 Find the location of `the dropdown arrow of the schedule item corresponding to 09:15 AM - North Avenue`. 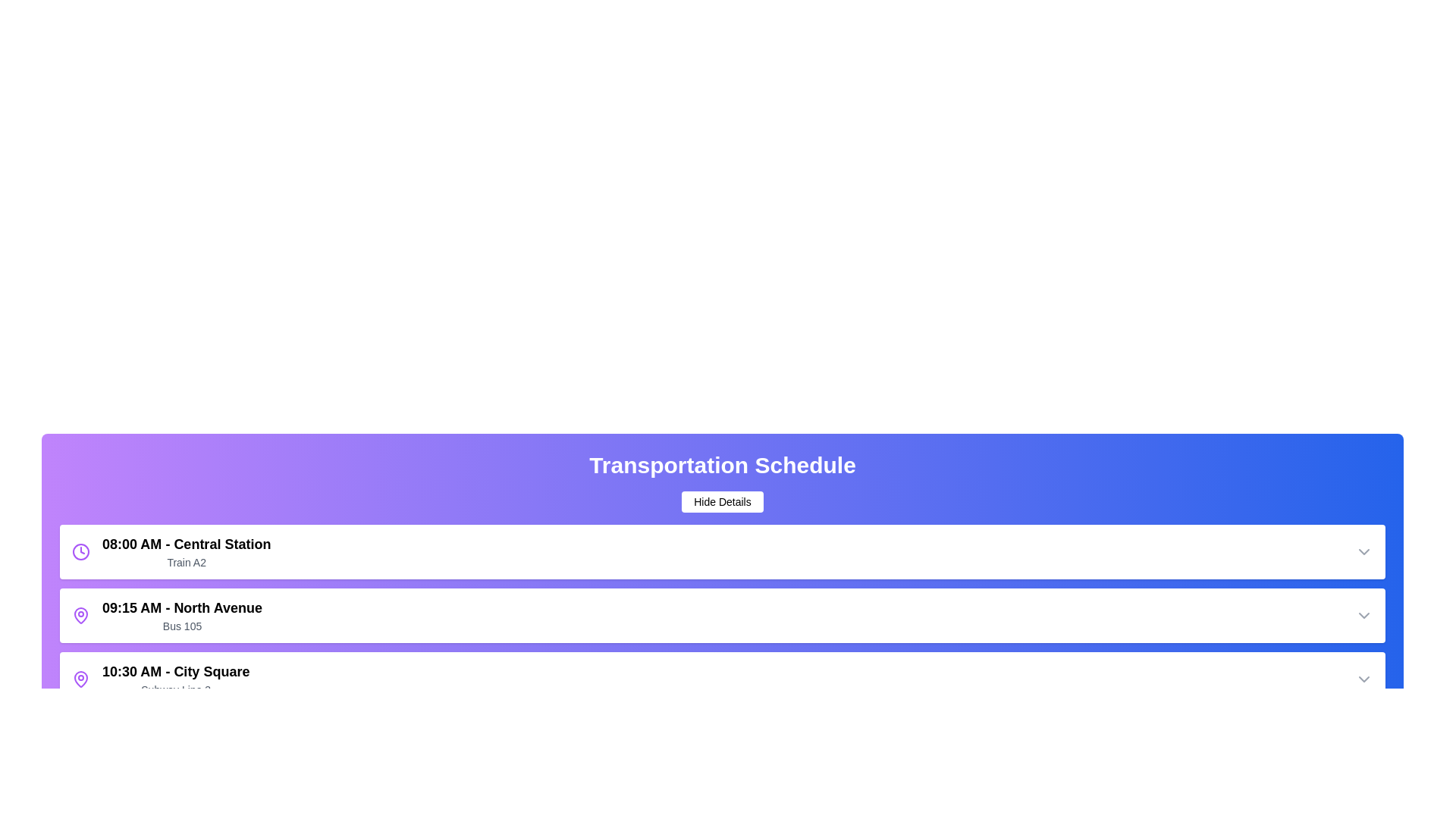

the dropdown arrow of the schedule item corresponding to 09:15 AM - North Avenue is located at coordinates (1364, 616).